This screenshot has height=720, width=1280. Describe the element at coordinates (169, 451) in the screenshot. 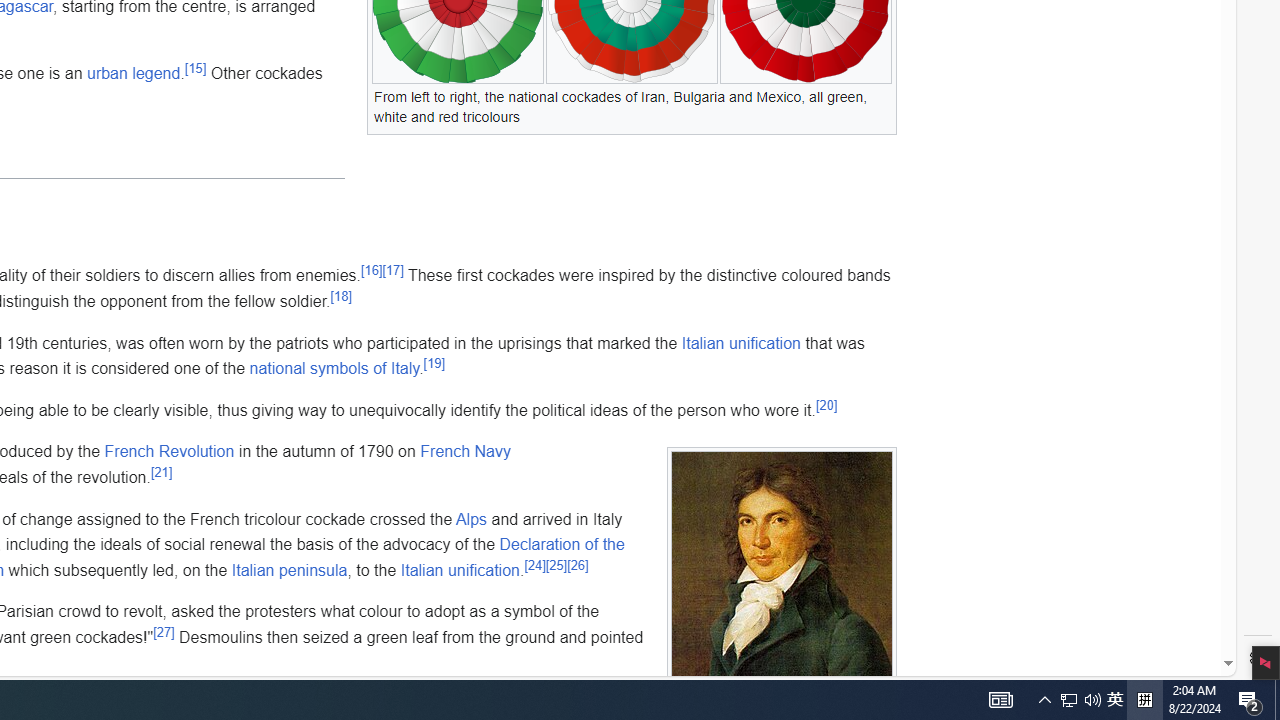

I see `'French Revolution'` at that location.